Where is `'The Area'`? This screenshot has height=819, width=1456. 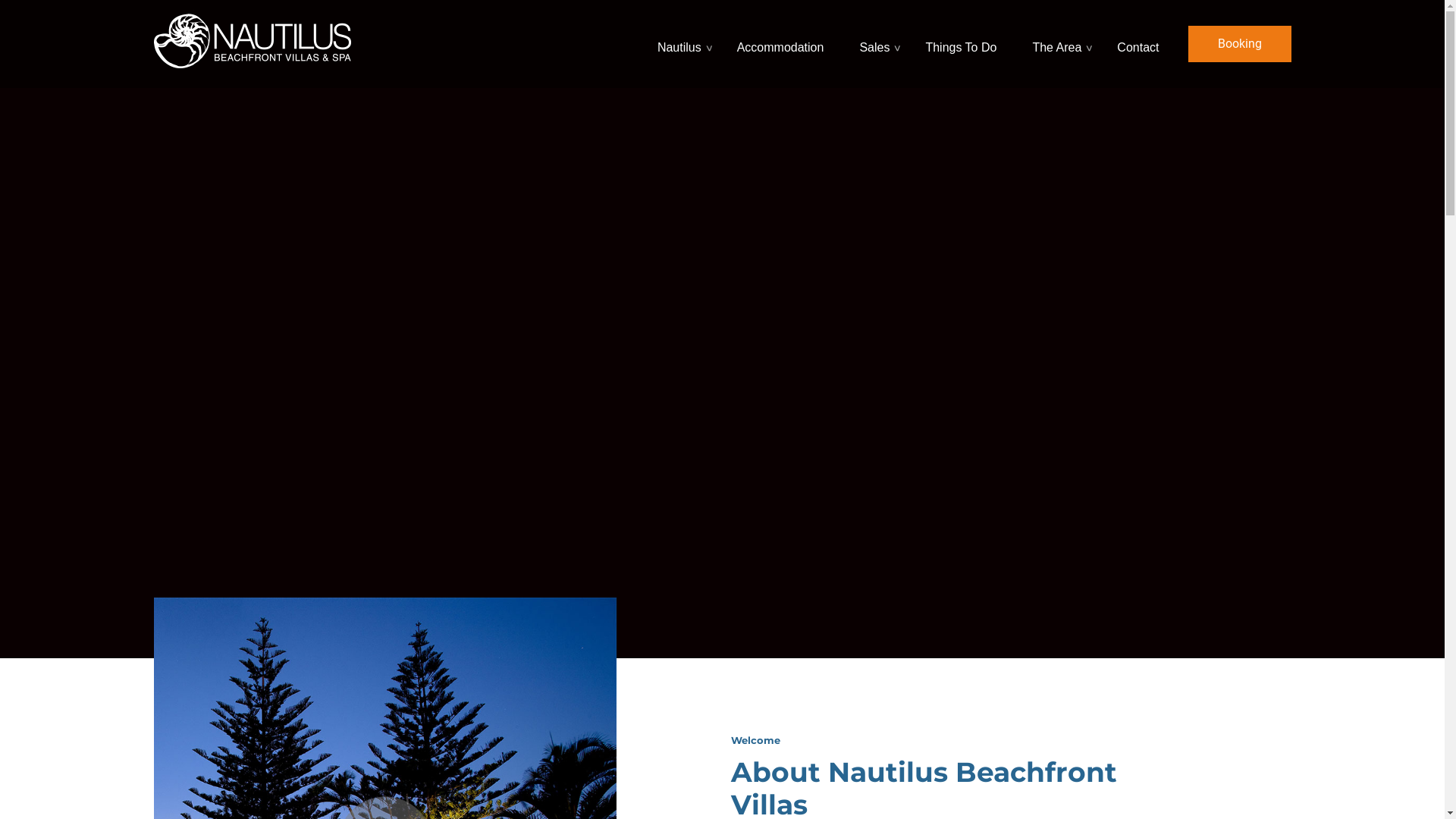 'The Area' is located at coordinates (1058, 42).